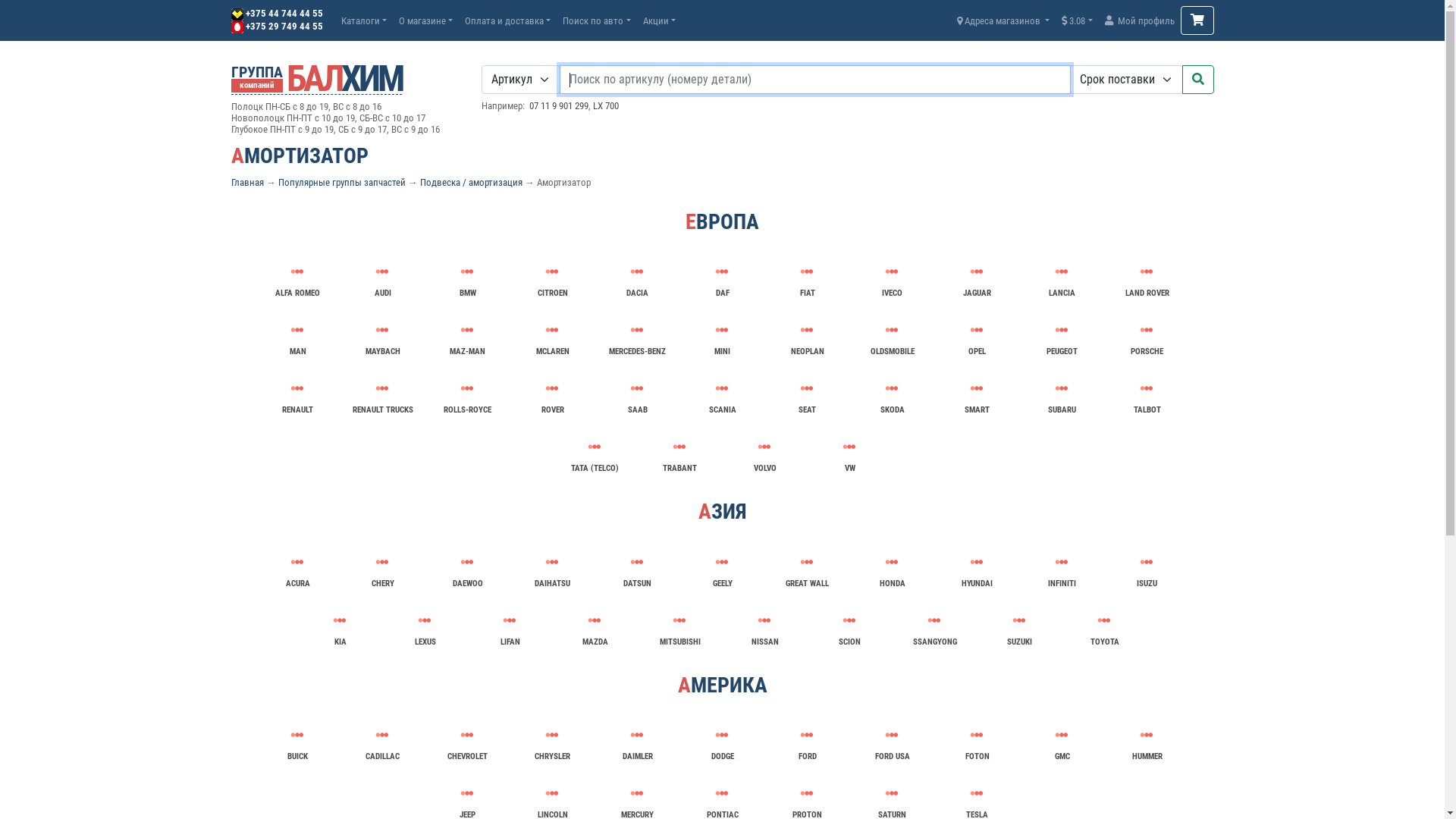 This screenshot has height=819, width=1456. I want to click on 'VOLVO', so click(764, 451).